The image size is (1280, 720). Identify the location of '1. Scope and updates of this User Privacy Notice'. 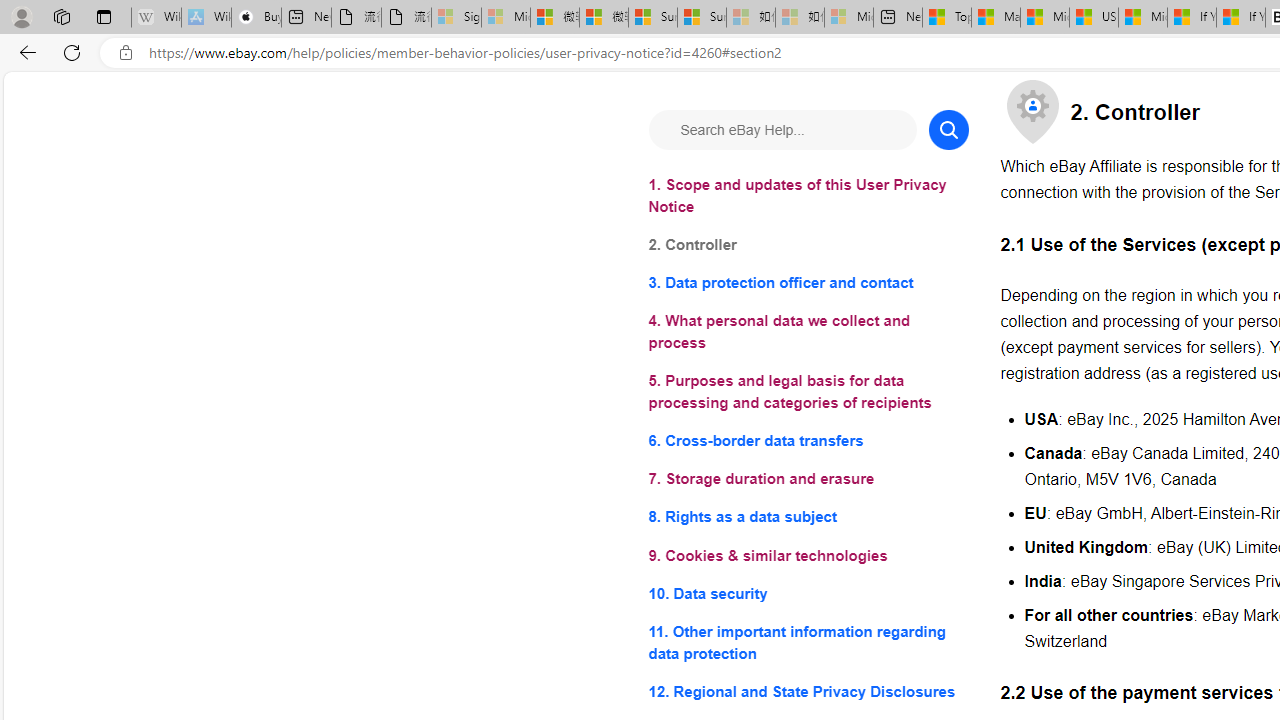
(808, 196).